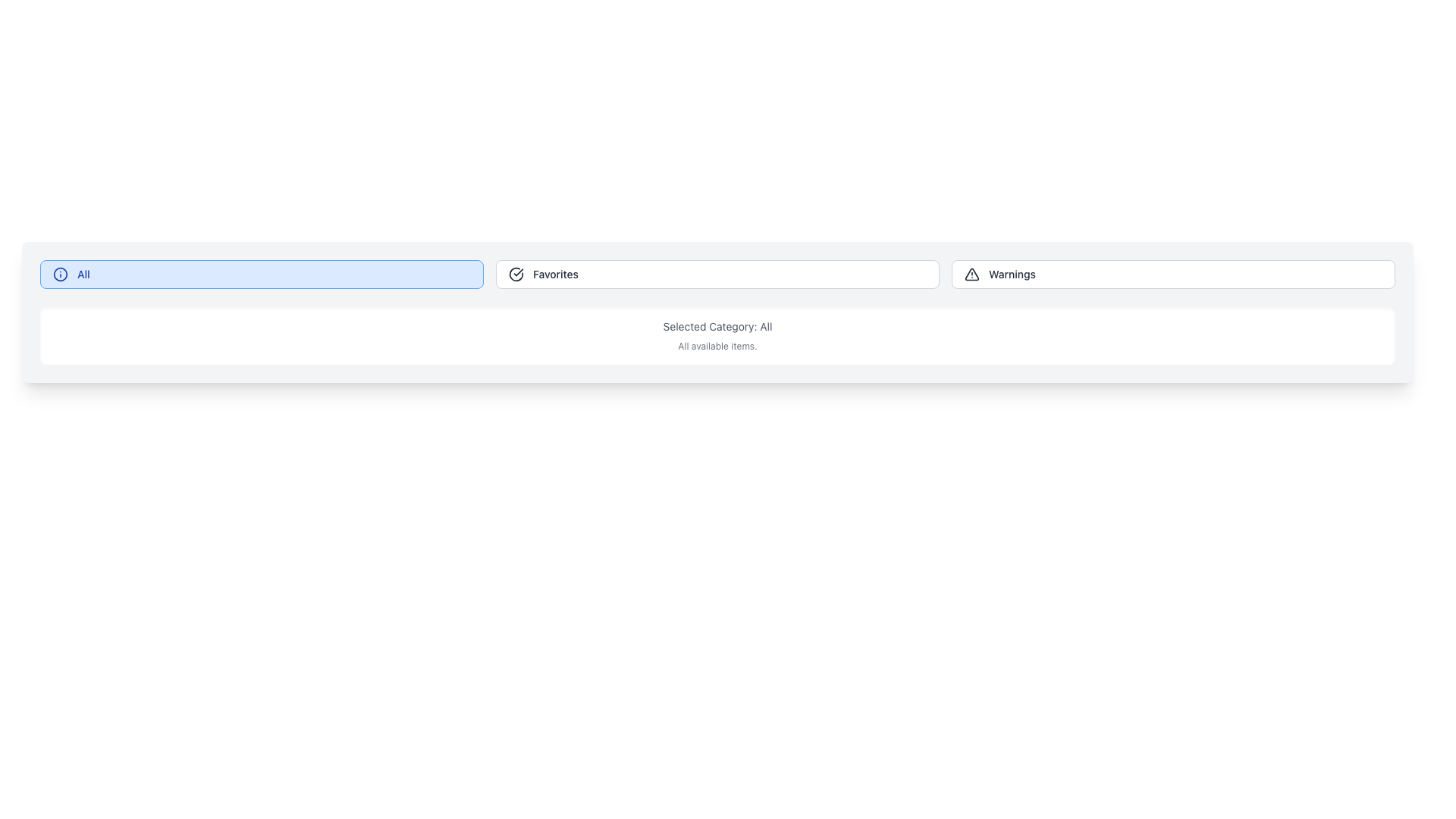 This screenshot has width=1456, height=819. What do you see at coordinates (83, 275) in the screenshot?
I see `the text label displaying 'All' in blue, which is part of a button-like structure with rounded corners, located near the left side of the interface` at bounding box center [83, 275].